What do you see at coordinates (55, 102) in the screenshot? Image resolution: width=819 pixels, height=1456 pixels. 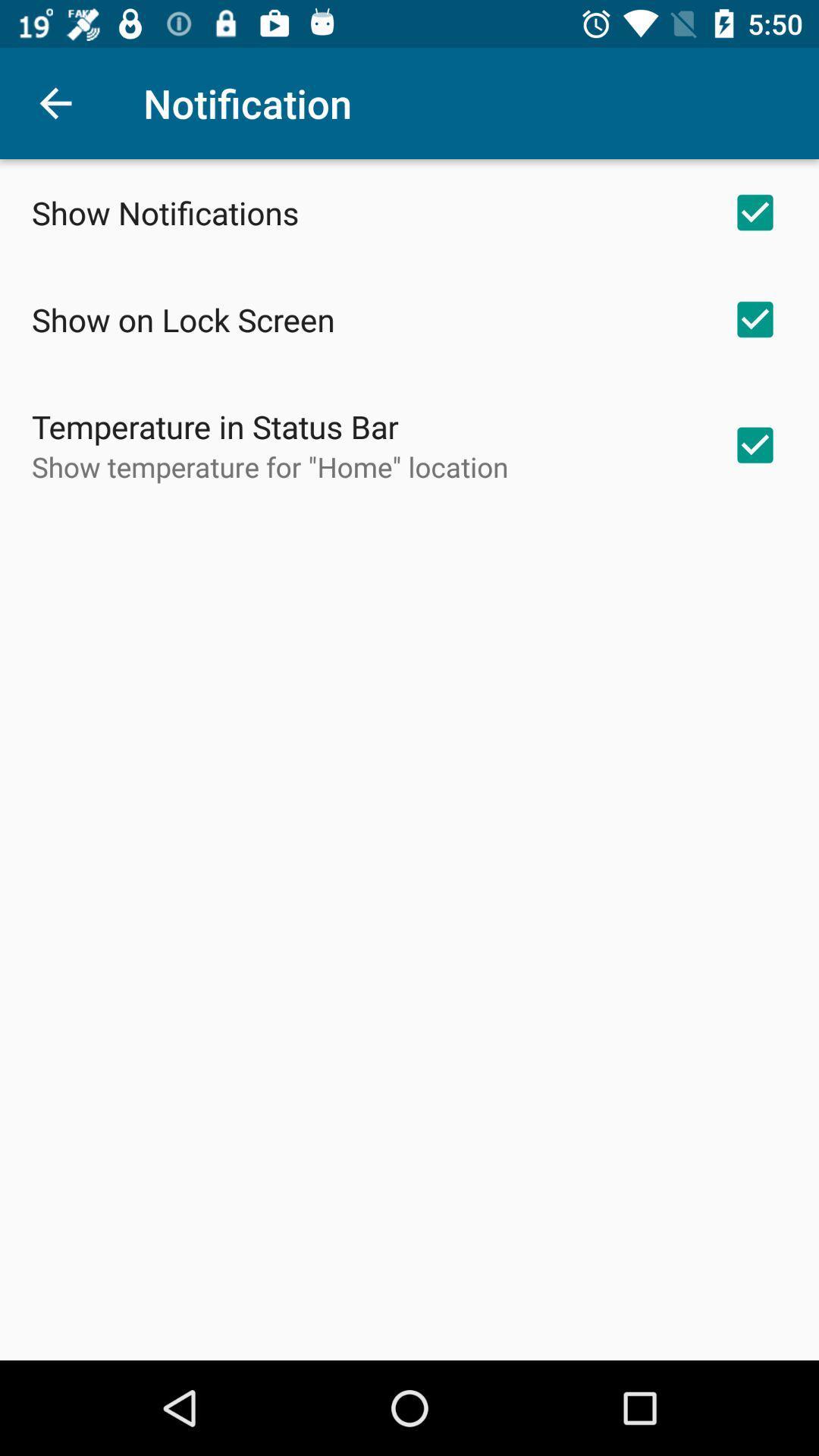 I see `item above show notifications` at bounding box center [55, 102].